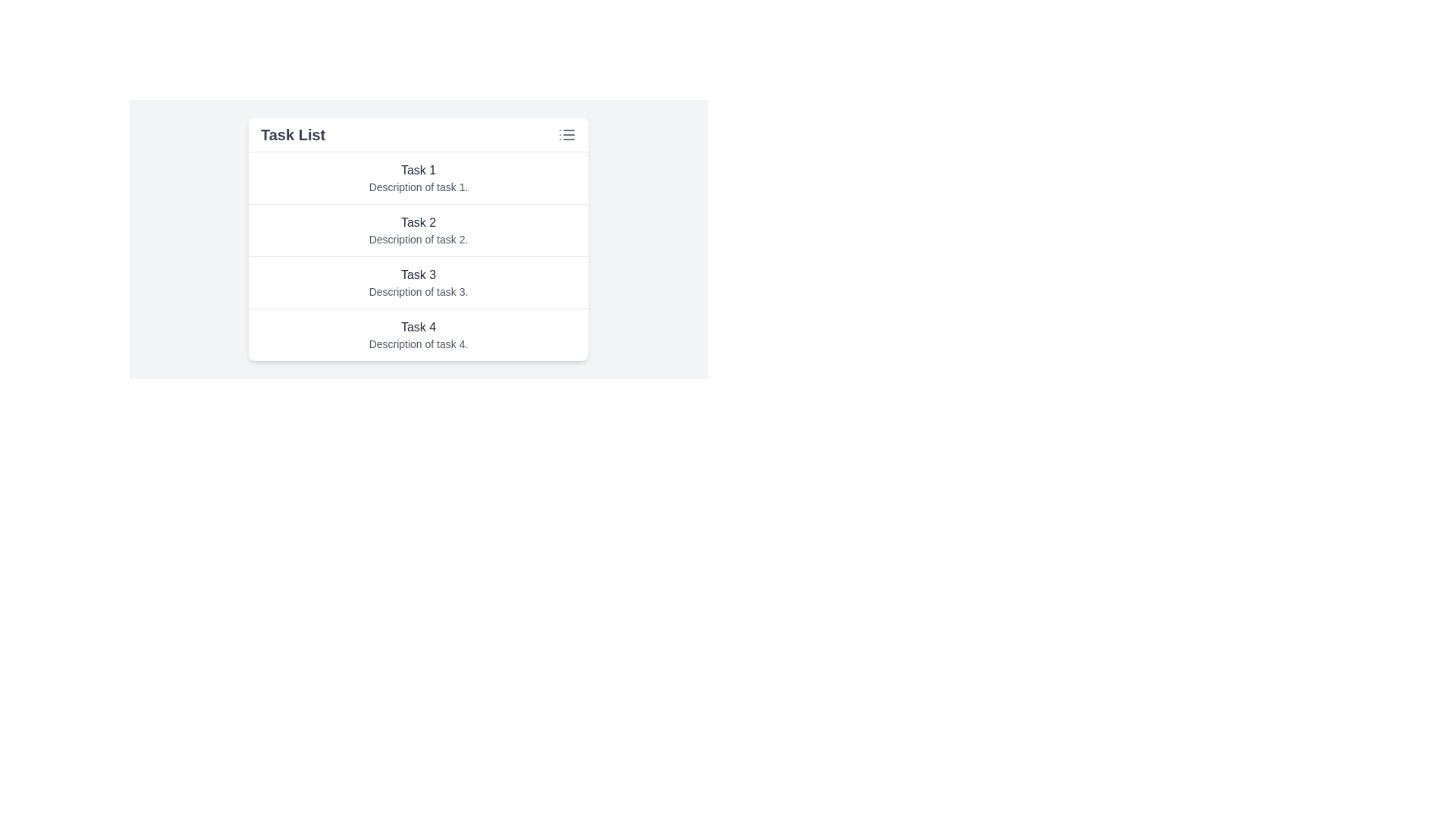 This screenshot has width=1456, height=819. Describe the element at coordinates (419, 327) in the screenshot. I see `the Text Label in the fourth row of the task list` at that location.